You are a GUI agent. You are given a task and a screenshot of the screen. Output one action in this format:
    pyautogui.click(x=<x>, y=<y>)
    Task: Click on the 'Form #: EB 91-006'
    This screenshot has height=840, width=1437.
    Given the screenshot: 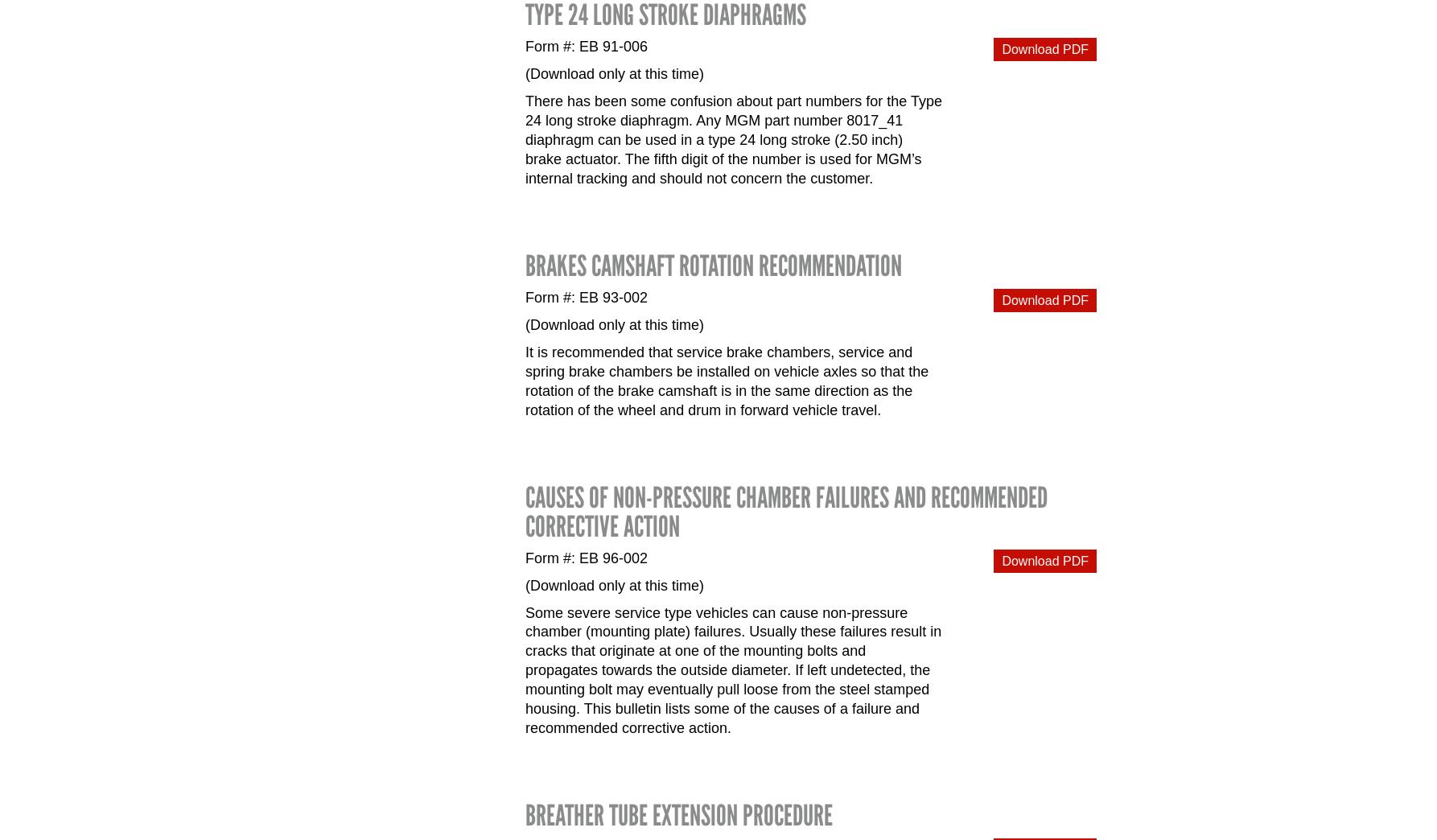 What is the action you would take?
    pyautogui.click(x=525, y=45)
    